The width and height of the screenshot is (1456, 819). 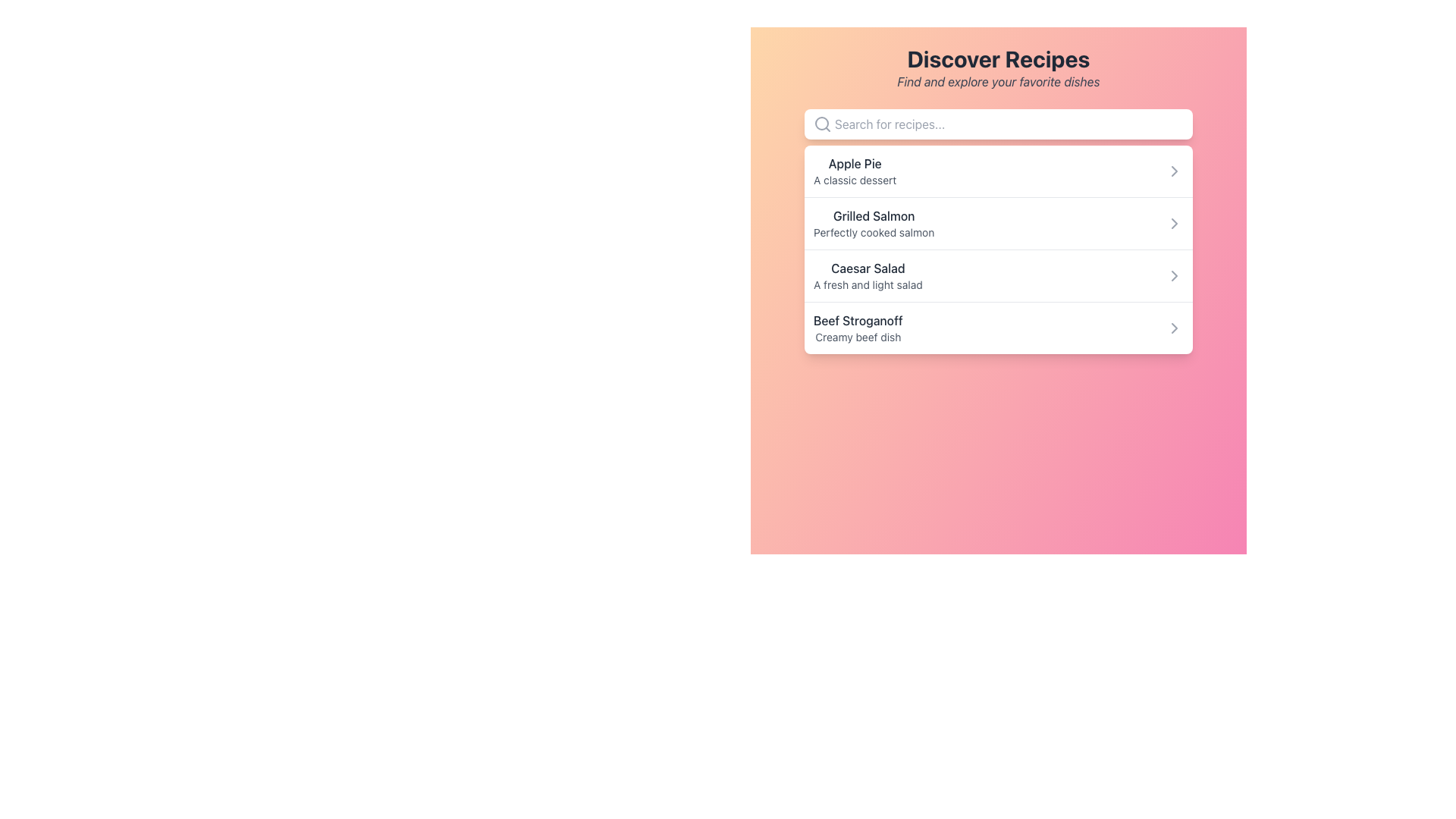 What do you see at coordinates (1174, 223) in the screenshot?
I see `the chevron icon at the right edge of the 'Grilled Salmon' list item` at bounding box center [1174, 223].